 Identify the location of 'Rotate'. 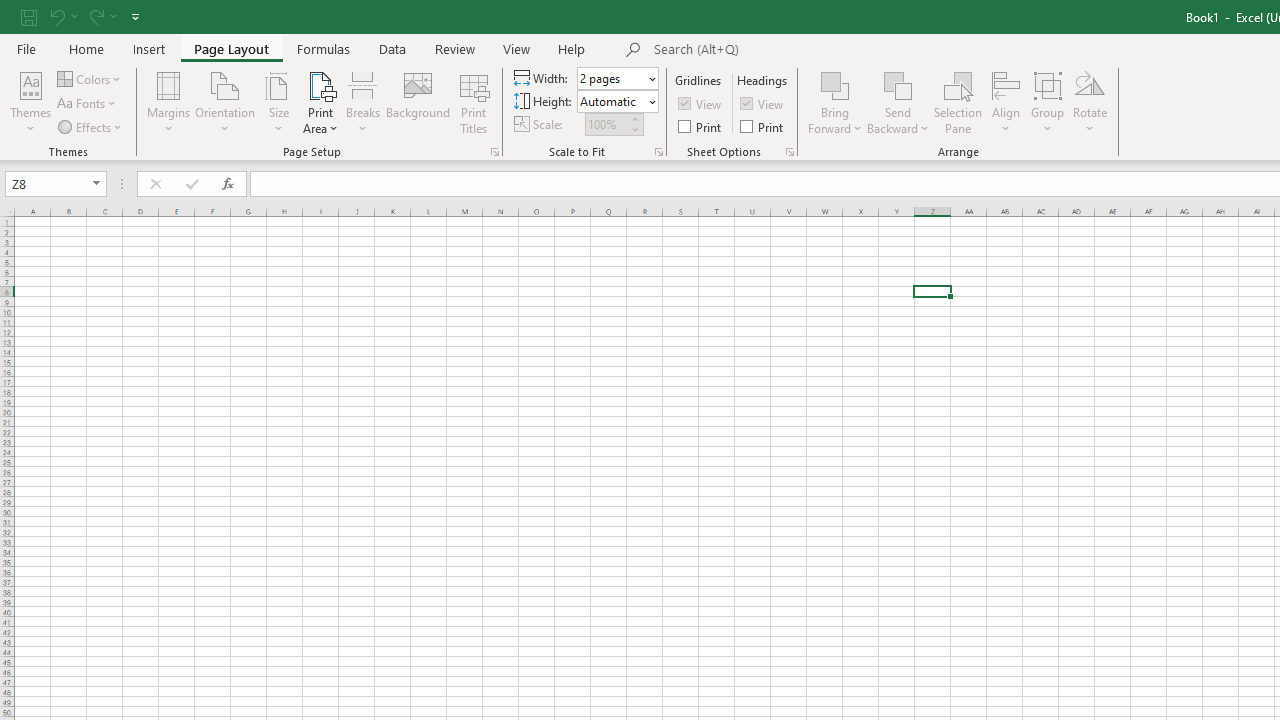
(1088, 103).